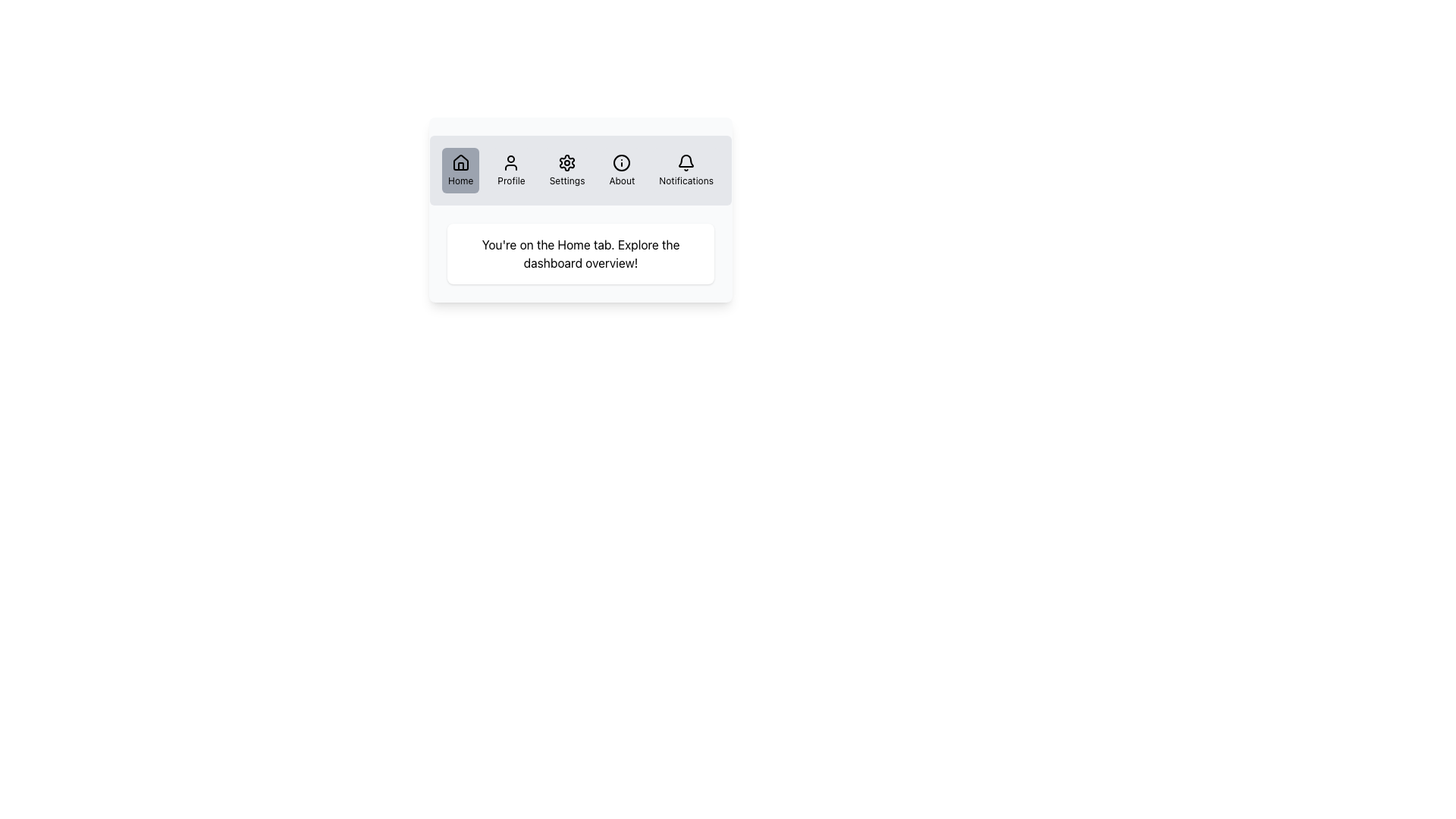  Describe the element at coordinates (622, 170) in the screenshot. I see `the 'About' button, which is a rectangular button with rounded corners and a light gray background` at that location.